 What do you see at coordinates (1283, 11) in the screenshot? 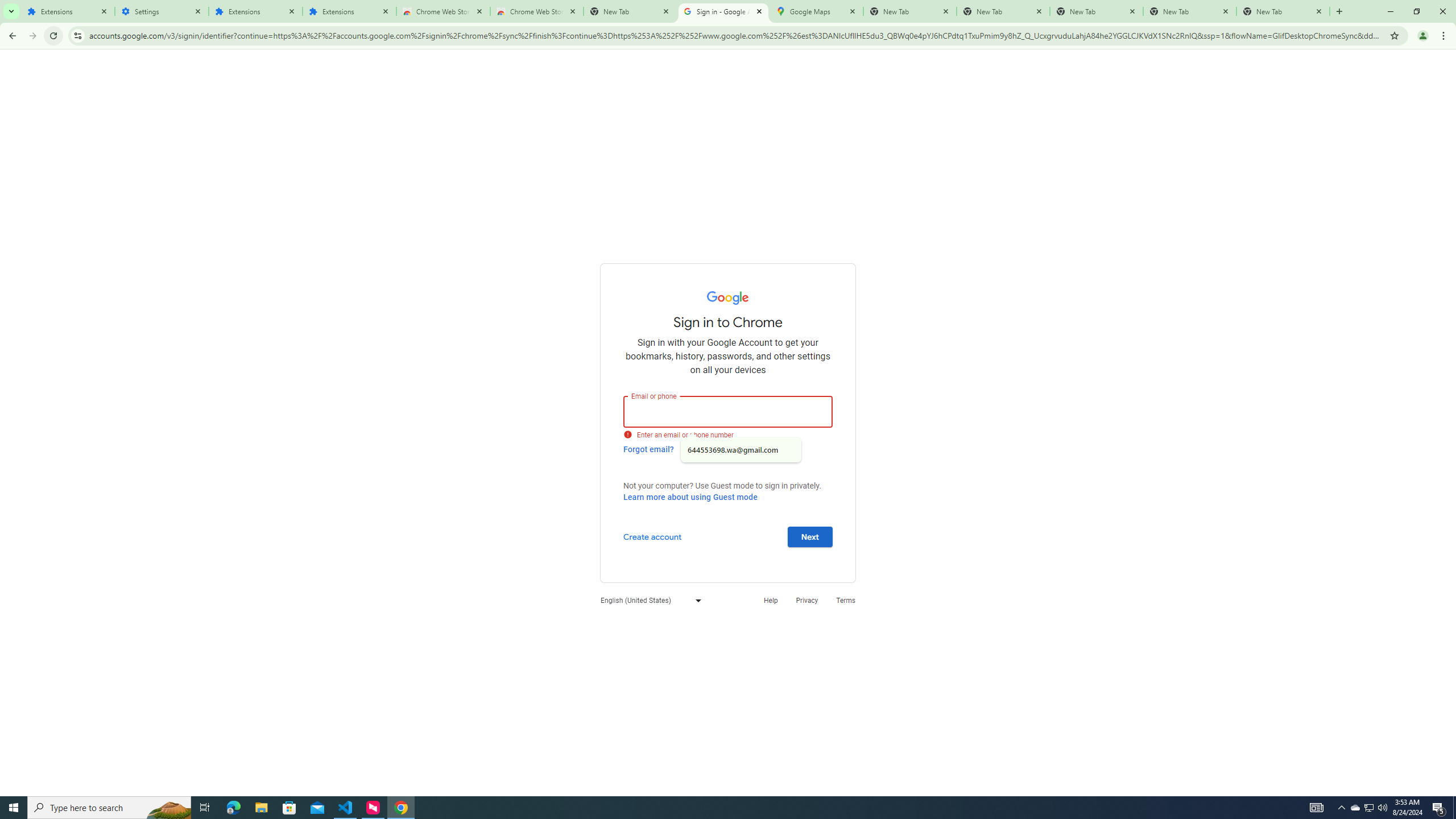
I see `'New Tab'` at bounding box center [1283, 11].